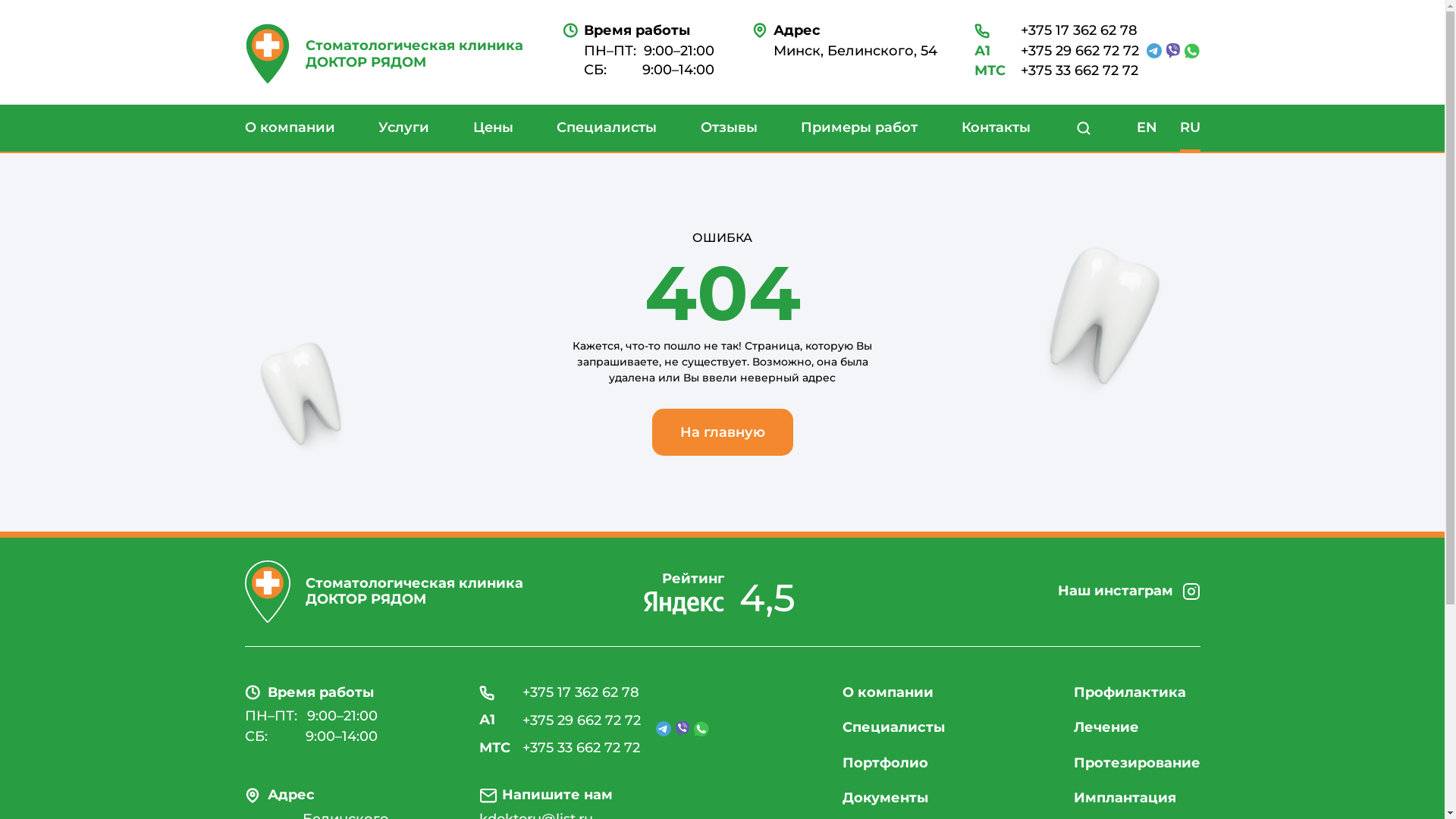  Describe the element at coordinates (558, 693) in the screenshot. I see `'+375 17 362 62 78'` at that location.